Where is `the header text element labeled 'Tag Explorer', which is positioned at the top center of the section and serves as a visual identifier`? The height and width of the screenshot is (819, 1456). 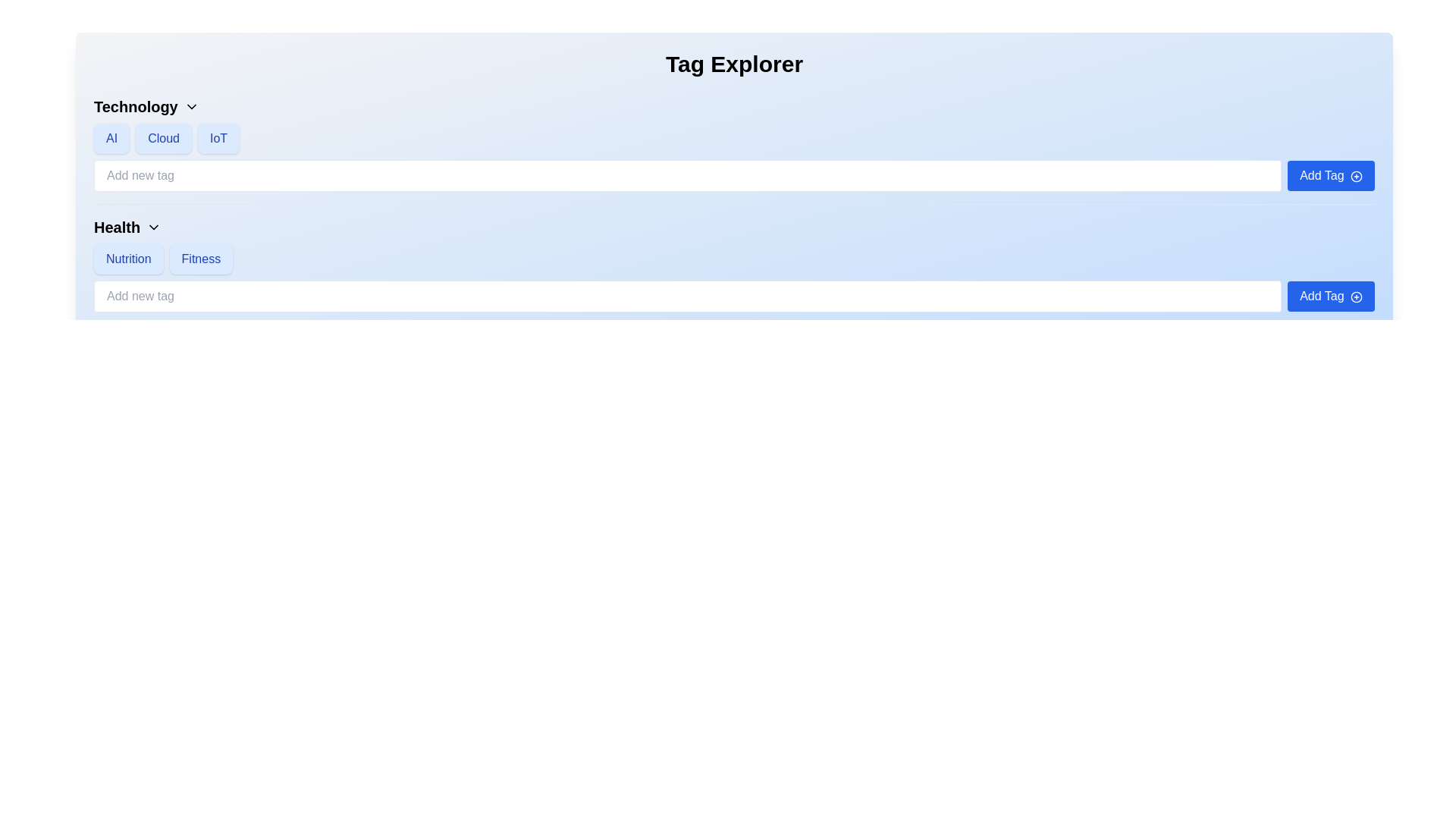 the header text element labeled 'Tag Explorer', which is positioned at the top center of the section and serves as a visual identifier is located at coordinates (734, 63).